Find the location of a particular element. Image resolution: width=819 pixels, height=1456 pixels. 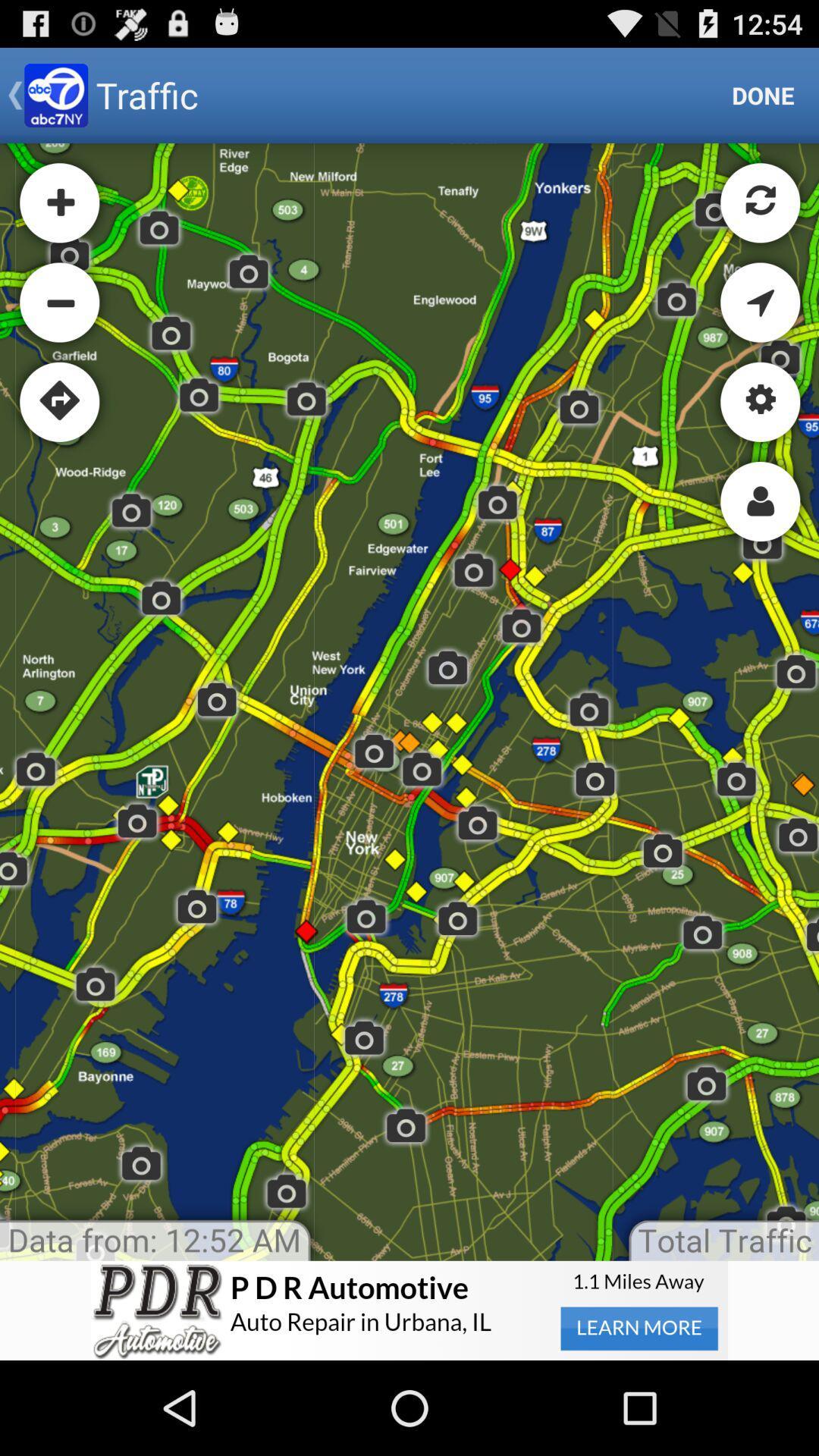

adverdisement is located at coordinates (409, 1310).